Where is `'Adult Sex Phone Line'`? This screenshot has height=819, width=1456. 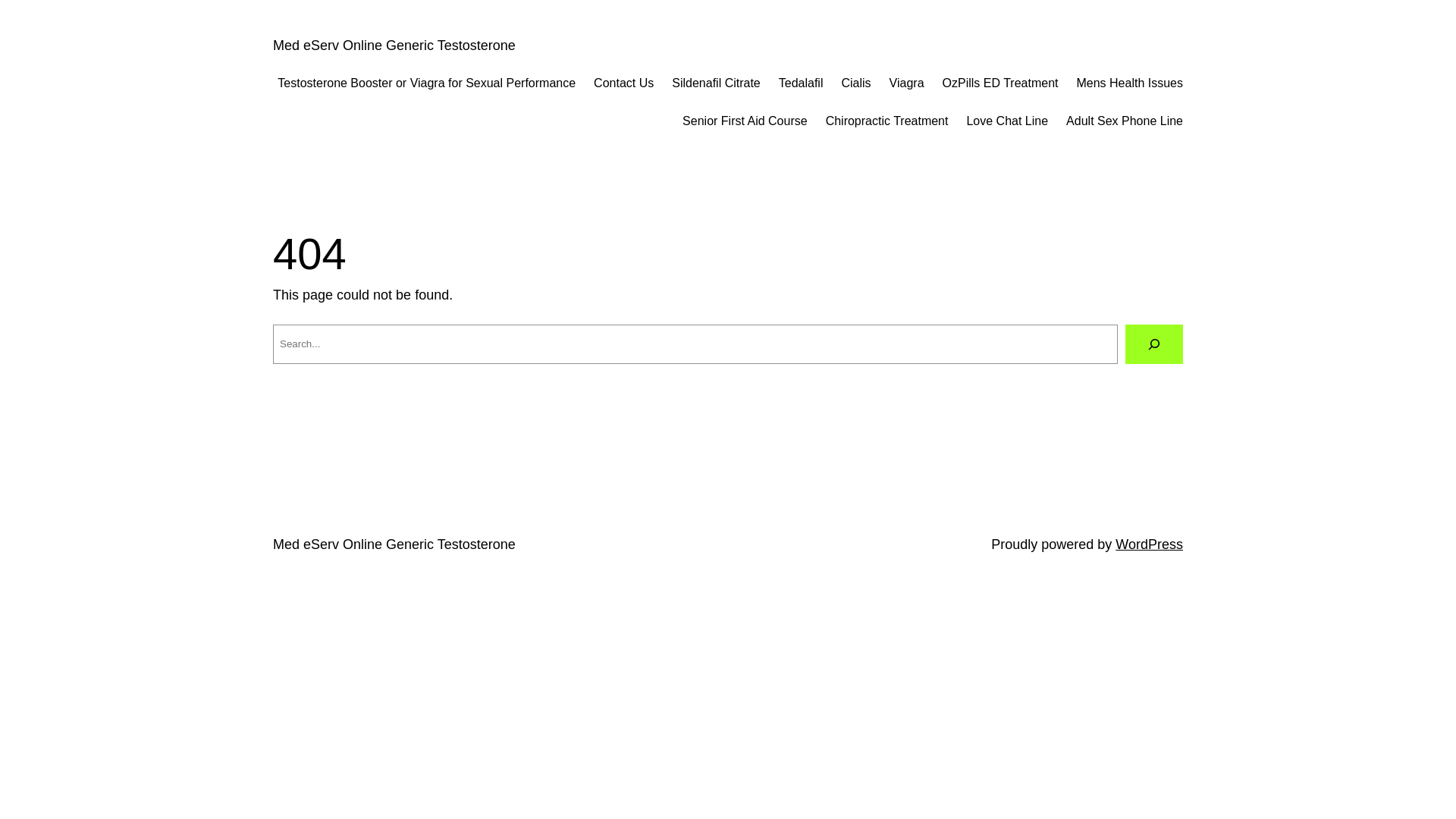
'Adult Sex Phone Line' is located at coordinates (1065, 120).